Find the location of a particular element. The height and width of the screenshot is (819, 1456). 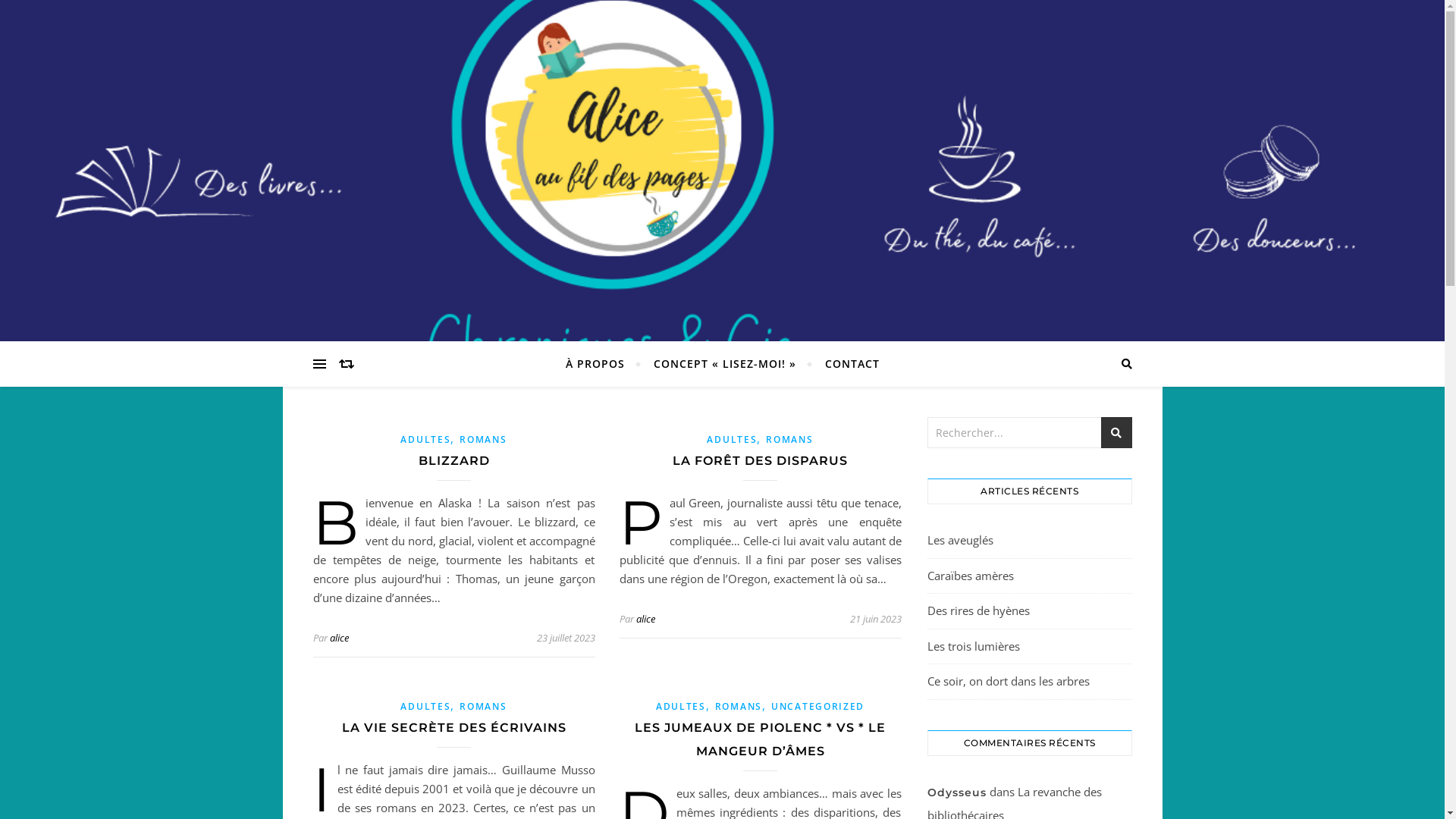

'BLIZZARD' is located at coordinates (419, 460).